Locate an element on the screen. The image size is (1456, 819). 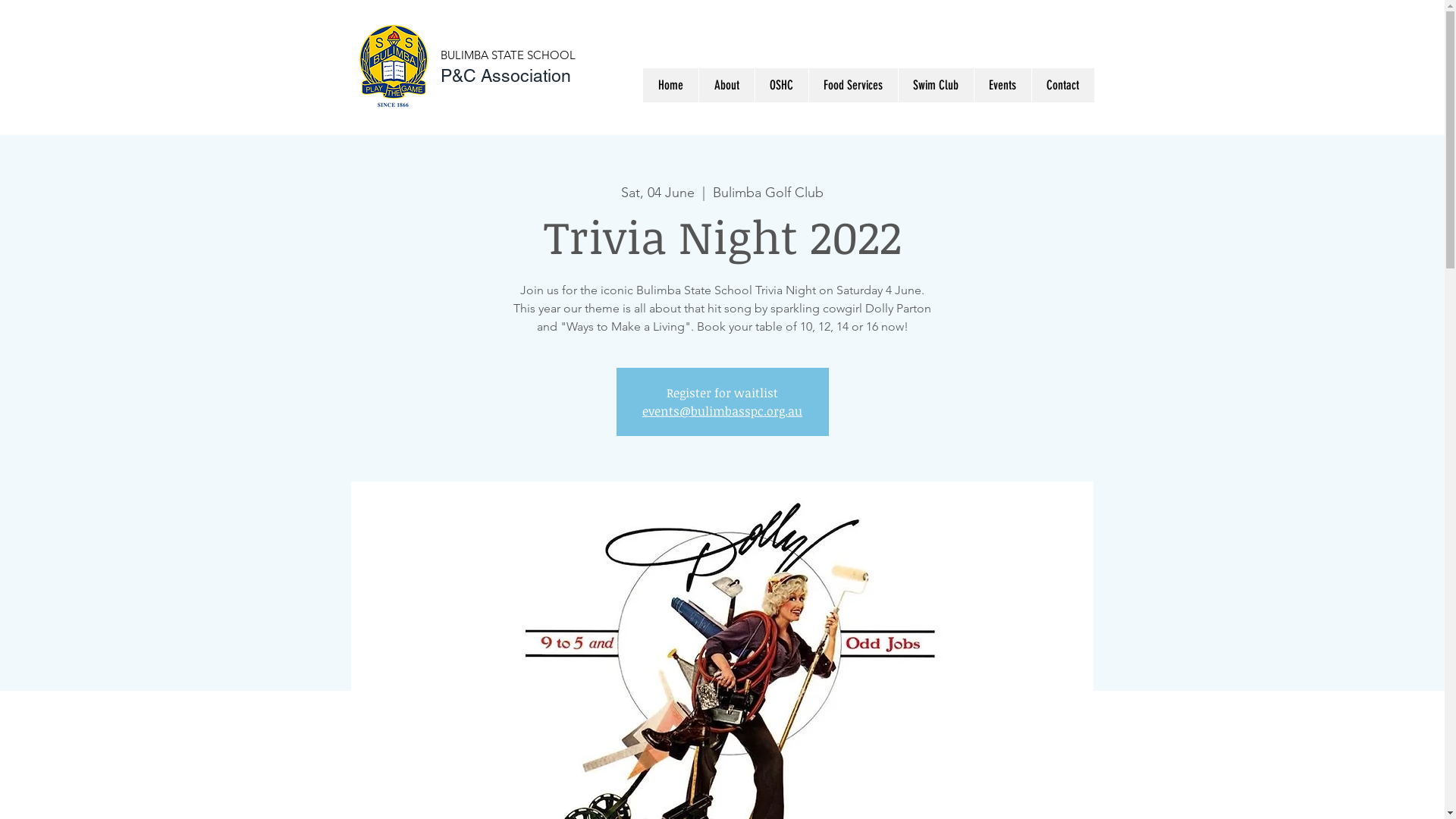
'OSHC' is located at coordinates (780, 85).